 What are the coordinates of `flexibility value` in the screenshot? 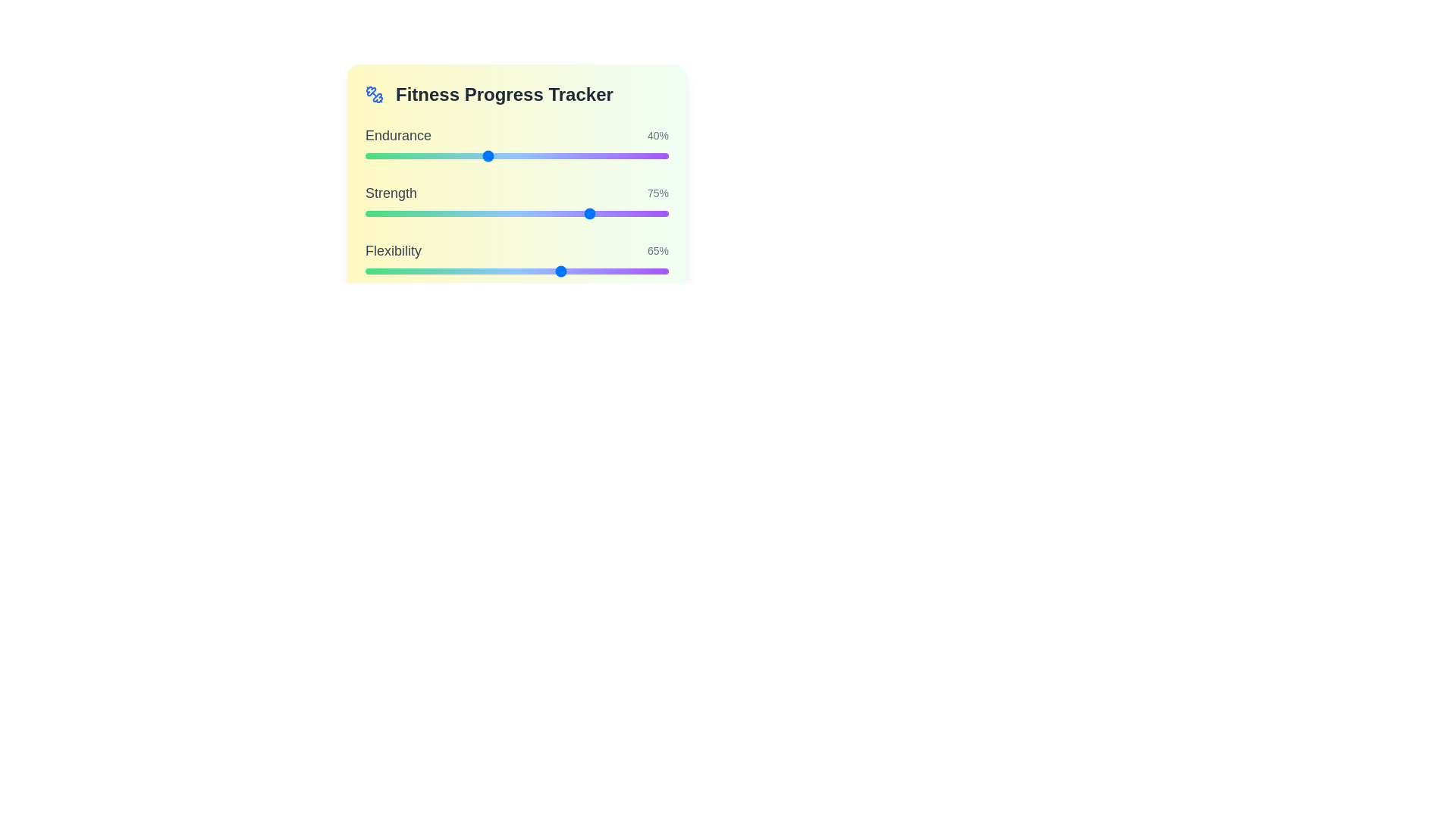 It's located at (510, 271).